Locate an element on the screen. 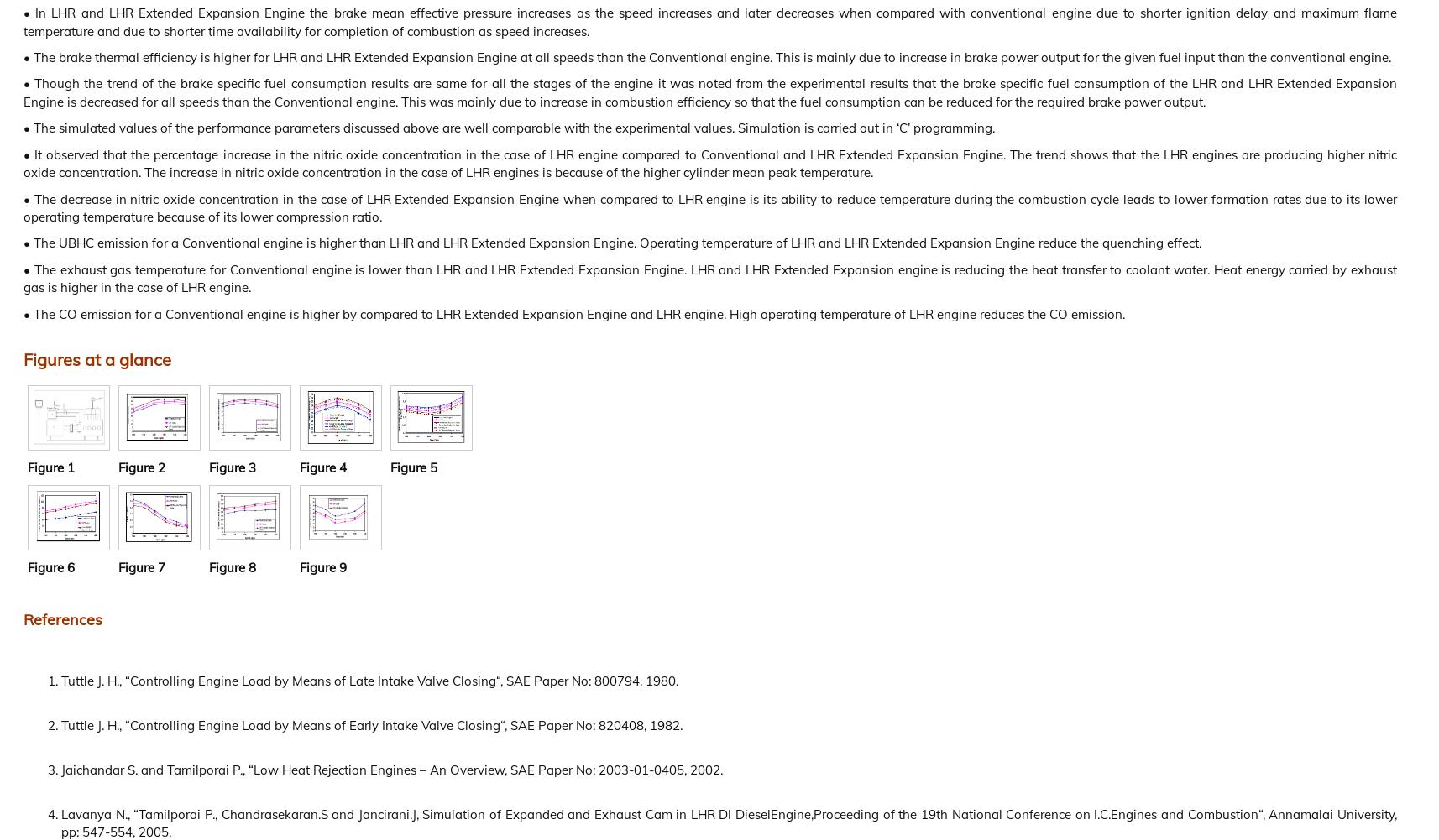 Image resolution: width=1439 pixels, height=840 pixels. 'Figure 3' is located at coordinates (232, 466).